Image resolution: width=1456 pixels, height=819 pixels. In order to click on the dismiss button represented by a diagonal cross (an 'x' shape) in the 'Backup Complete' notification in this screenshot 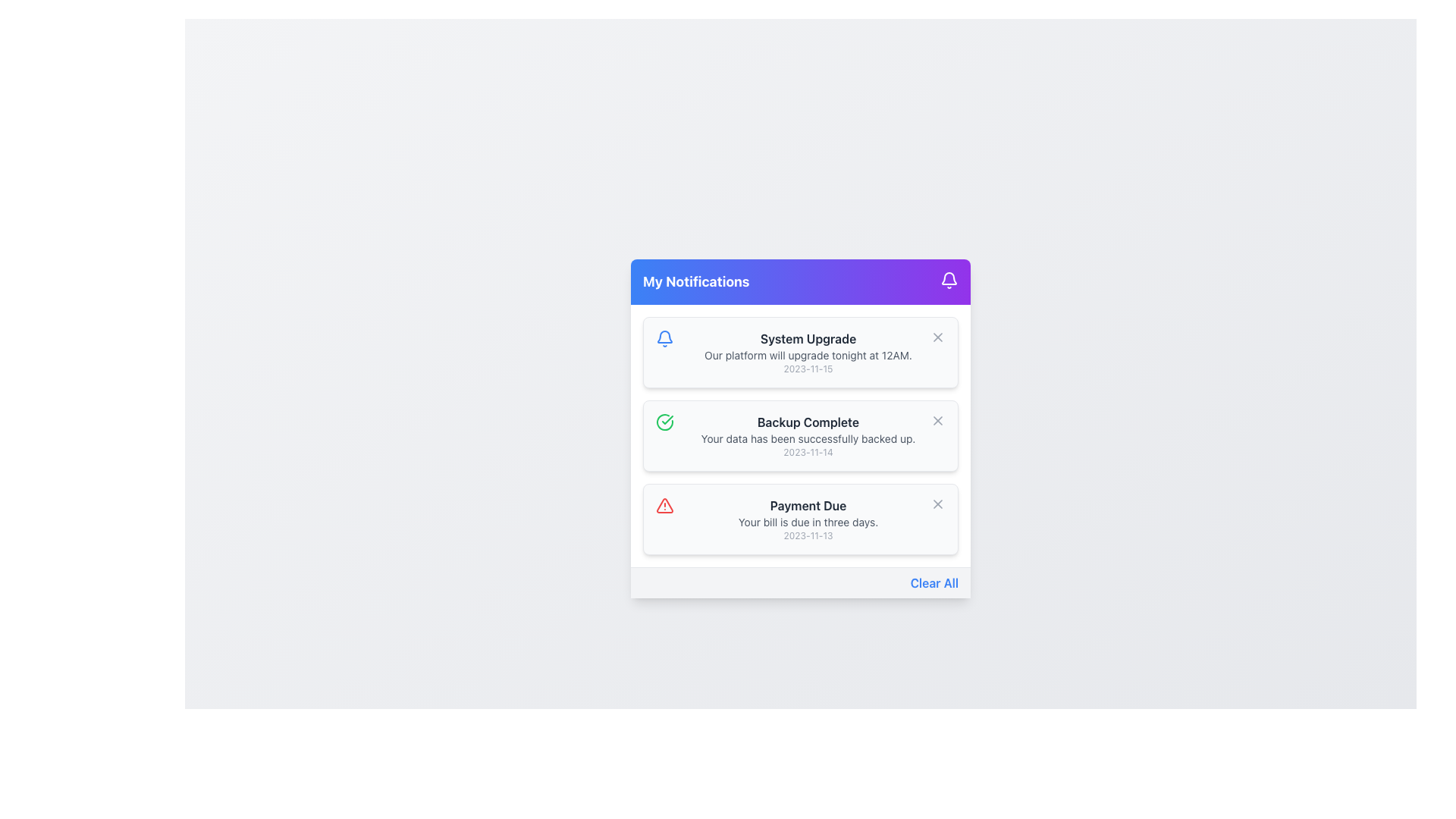, I will do `click(937, 503)`.